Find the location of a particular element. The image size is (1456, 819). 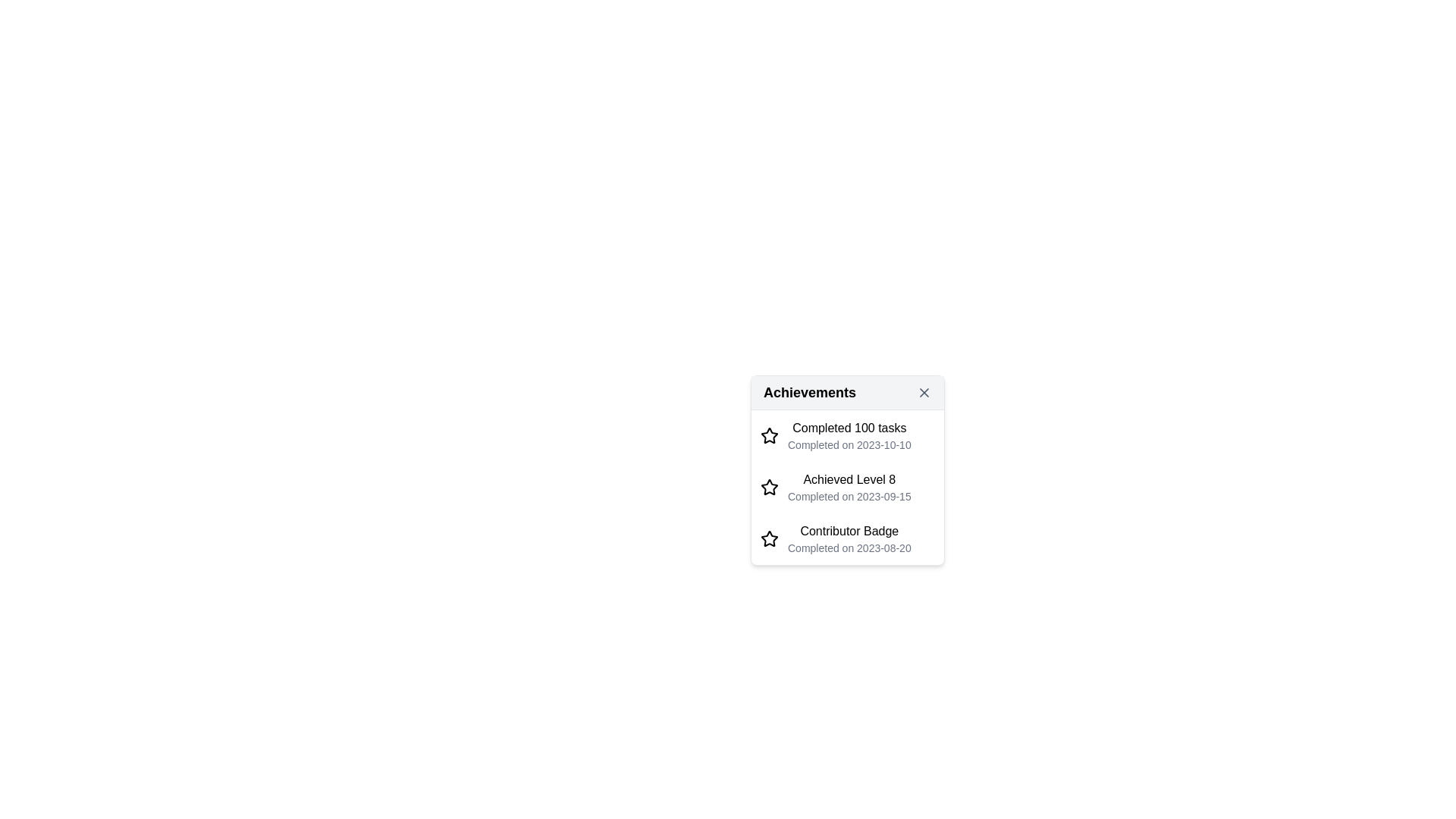

the Text label that displays the completion date of the associated achievement, which is located beneath the text 'Achieved Level 8' in the 'Achievements' modal panel is located at coordinates (849, 496).